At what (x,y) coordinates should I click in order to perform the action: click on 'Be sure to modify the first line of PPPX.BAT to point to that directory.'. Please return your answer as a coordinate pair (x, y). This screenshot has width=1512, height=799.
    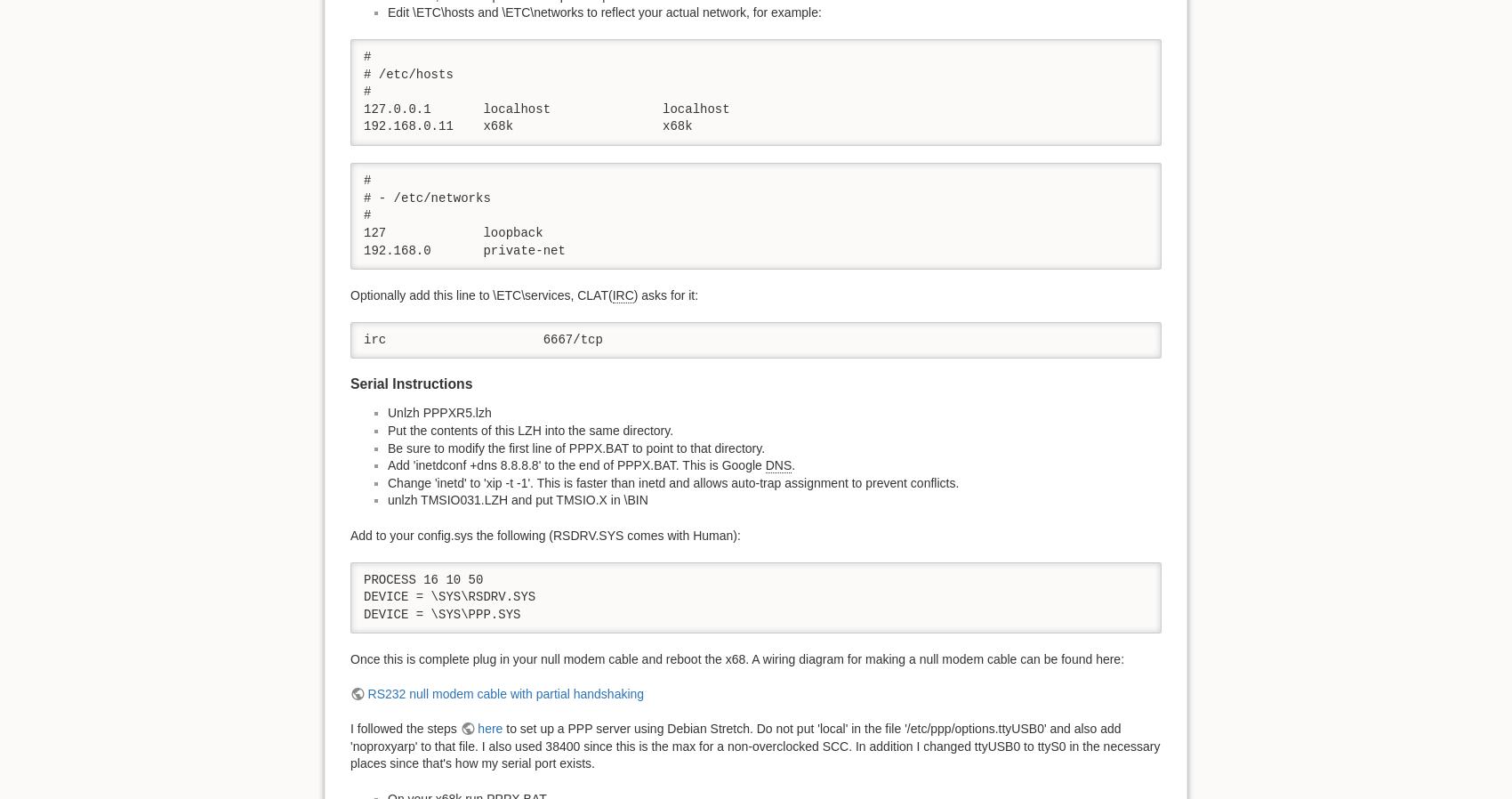
    Looking at the image, I should click on (576, 446).